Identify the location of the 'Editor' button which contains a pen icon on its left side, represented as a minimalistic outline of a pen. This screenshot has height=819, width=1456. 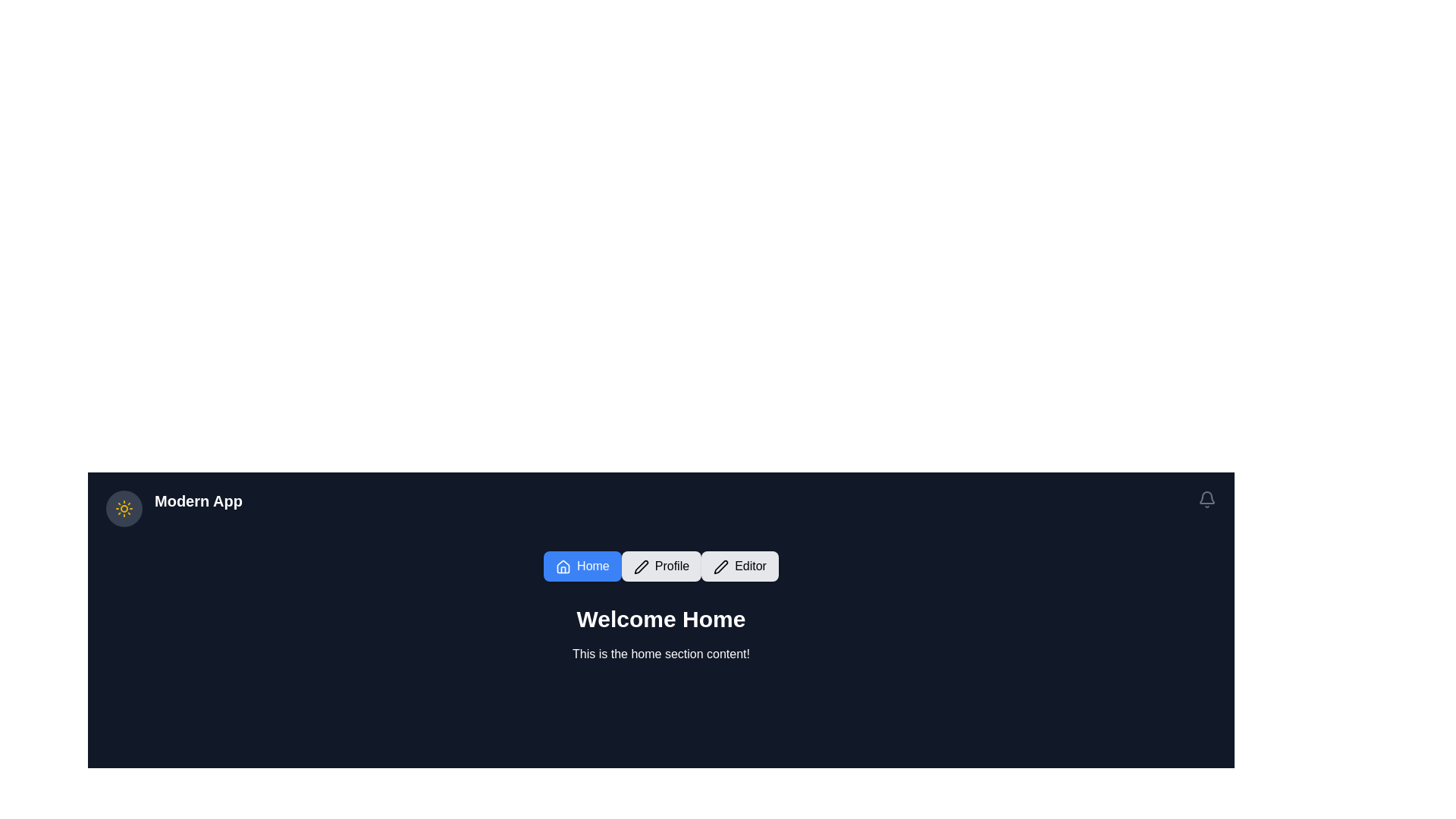
(720, 566).